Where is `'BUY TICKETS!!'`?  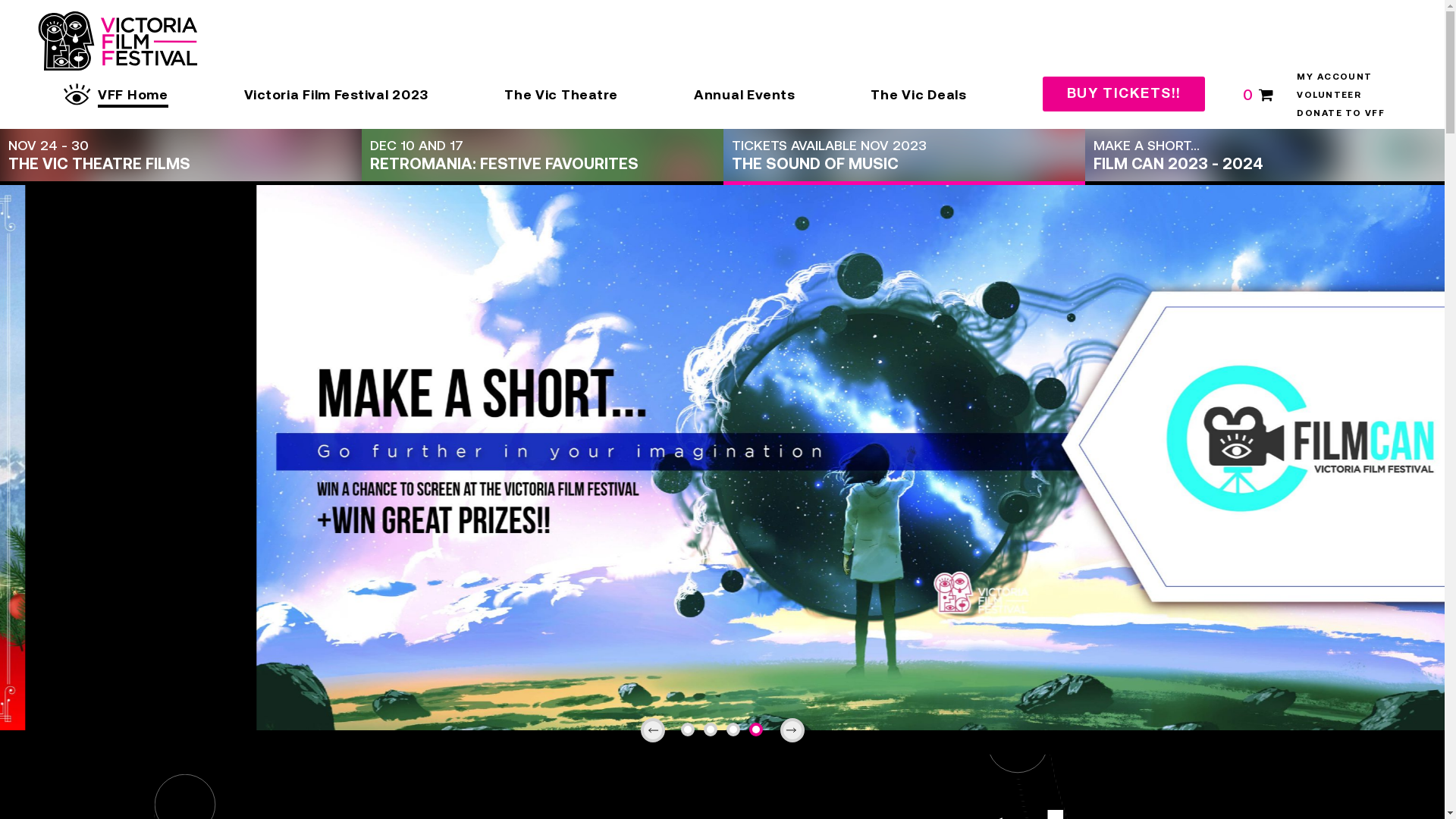
'BUY TICKETS!!' is located at coordinates (1124, 93).